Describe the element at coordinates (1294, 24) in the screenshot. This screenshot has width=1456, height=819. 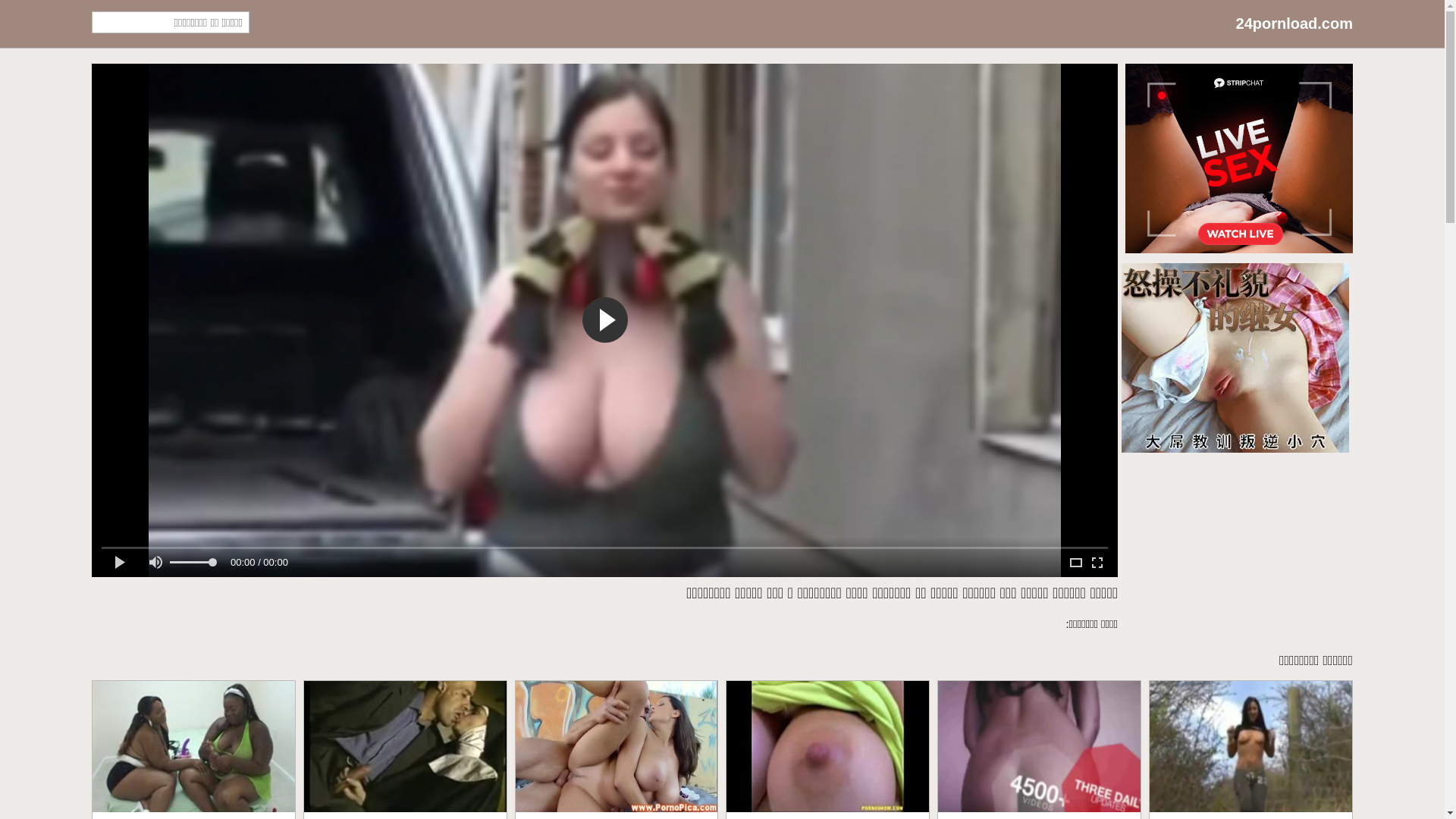
I see `'24pornload.com'` at that location.